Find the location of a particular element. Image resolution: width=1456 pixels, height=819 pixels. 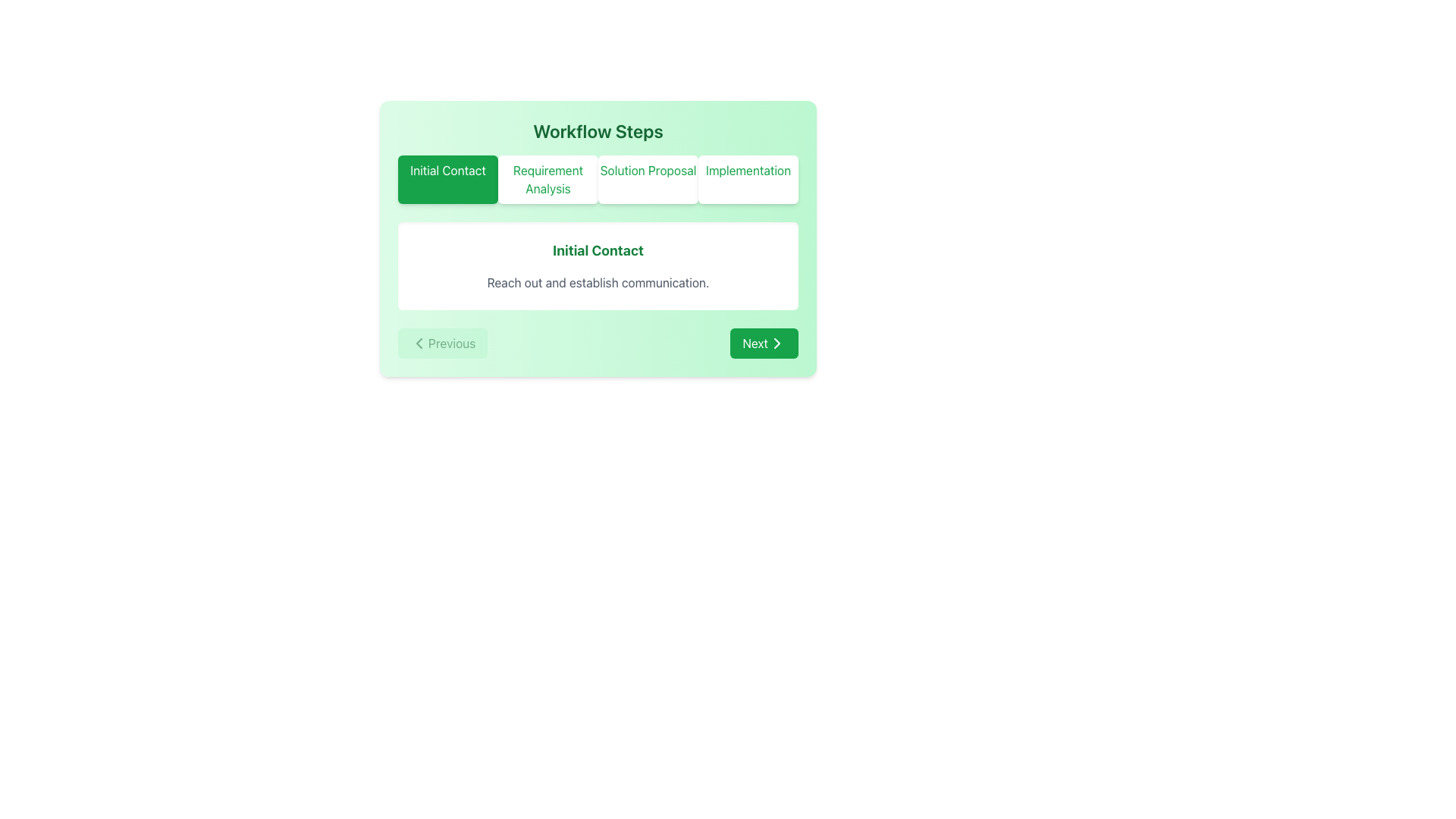

the green button labeled 'Initial Contact' with rounded corners and white bold text, which is the first in a sequence of four buttons is located at coordinates (447, 178).